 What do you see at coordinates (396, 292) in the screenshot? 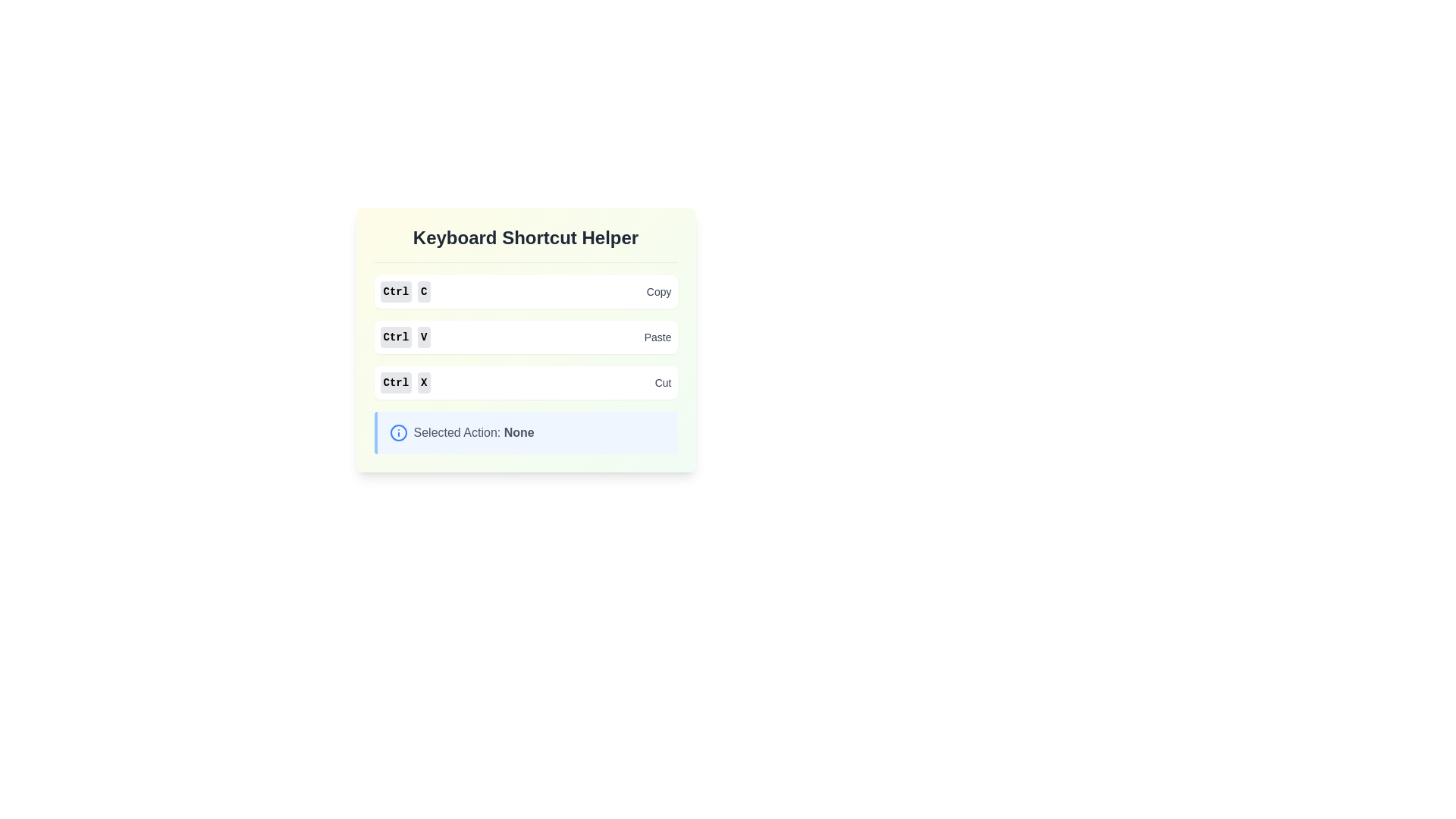
I see `the 'Ctrl' label-type UI element, which is a rectangular button with a light gray background and slightly rounded corners, located under the 'Keyboard Shortcut Helper' header` at bounding box center [396, 292].